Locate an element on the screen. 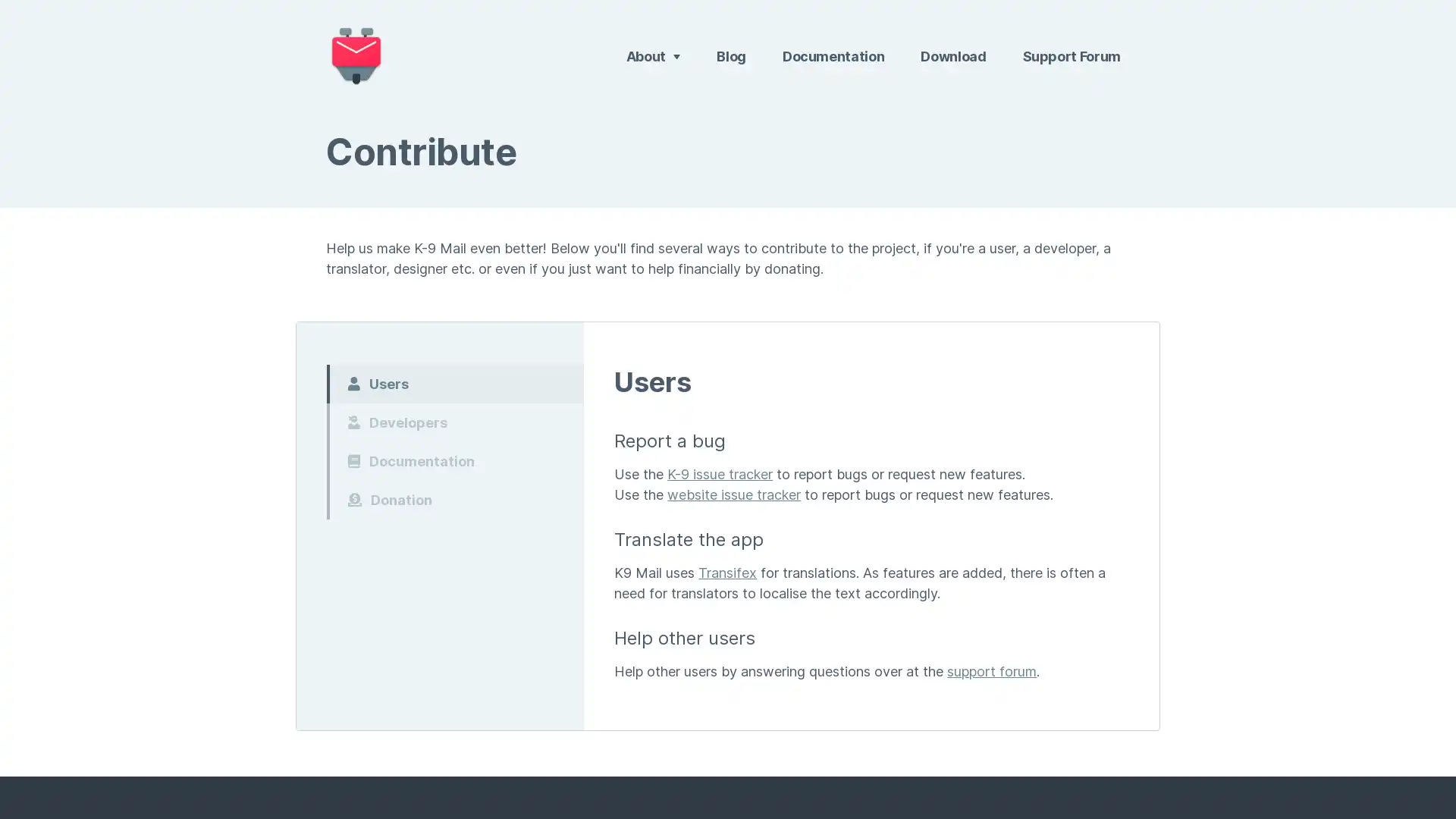 The height and width of the screenshot is (819, 1456). Developers is located at coordinates (454, 422).